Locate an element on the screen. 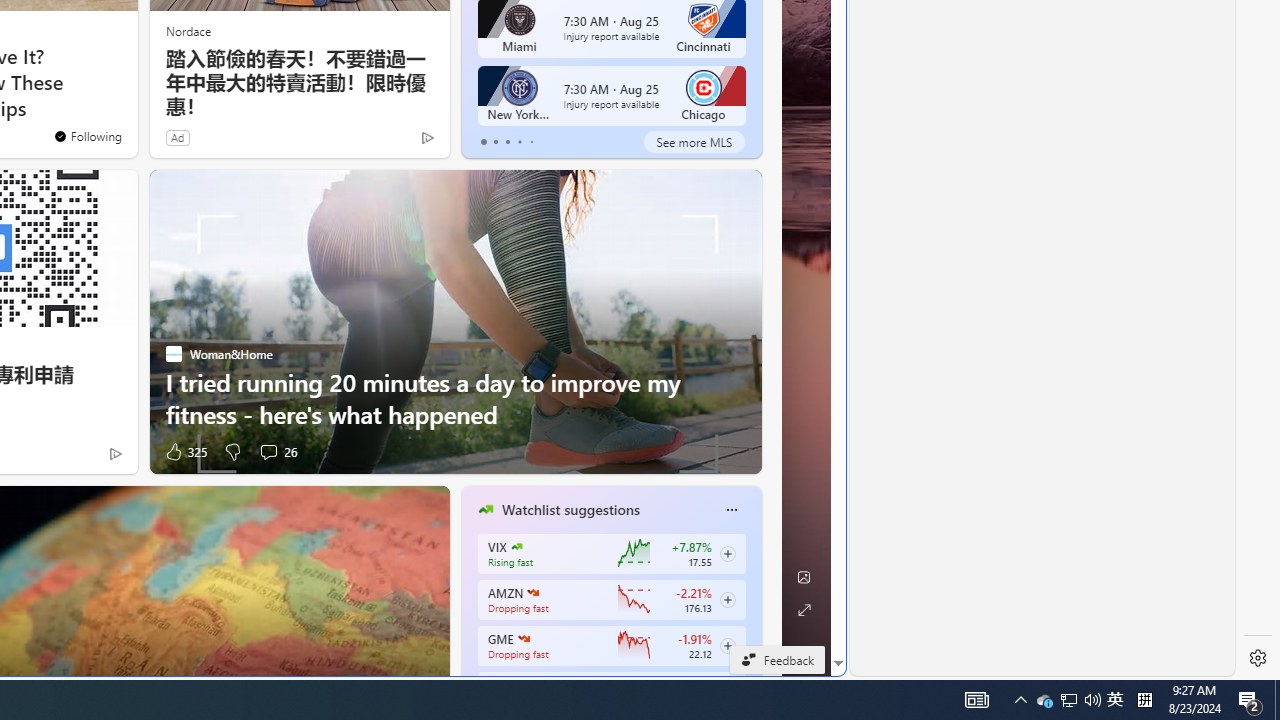 This screenshot has height=720, width=1280. 'tab-4' is located at coordinates (531, 141).